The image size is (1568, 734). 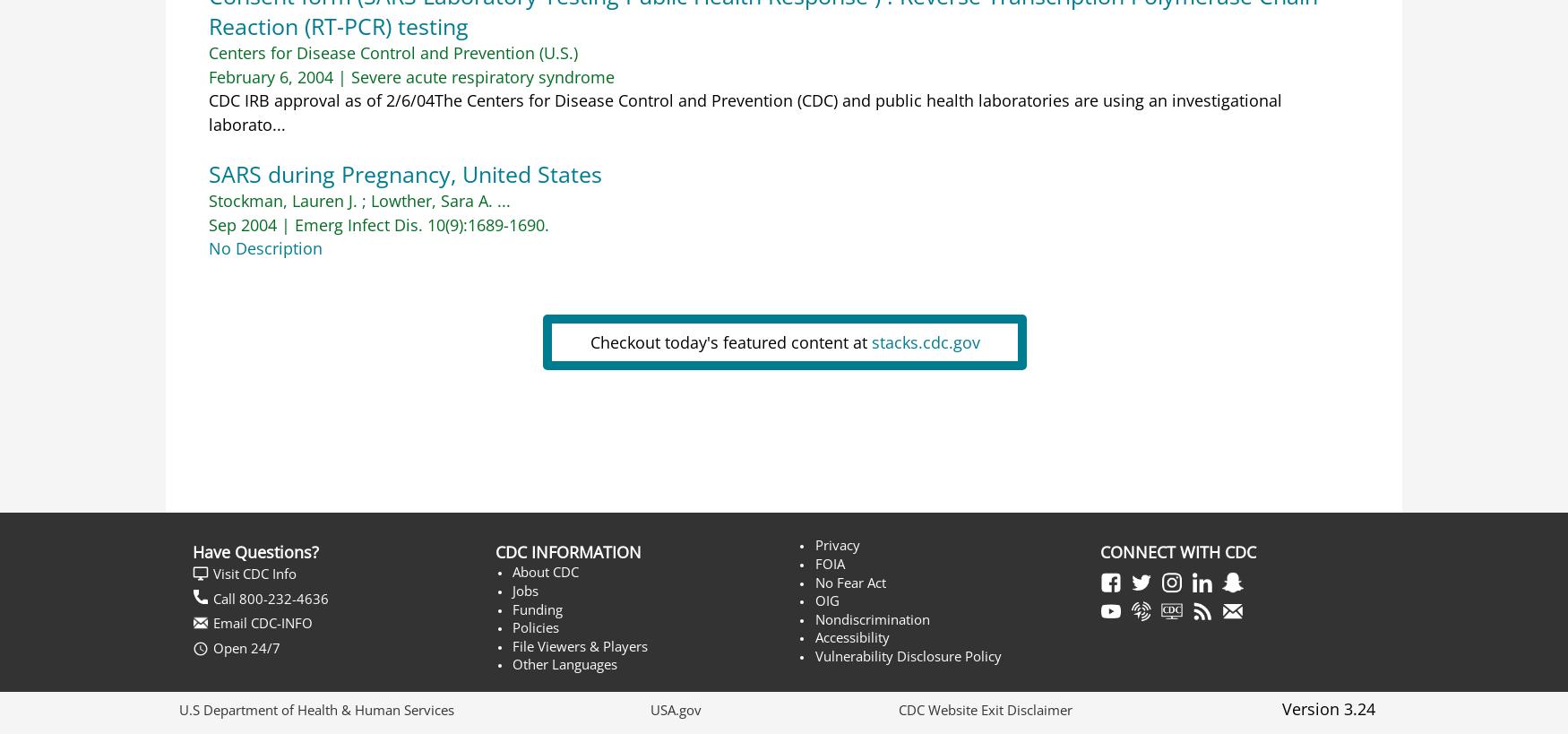 What do you see at coordinates (872, 618) in the screenshot?
I see `'Nondiscrimination'` at bounding box center [872, 618].